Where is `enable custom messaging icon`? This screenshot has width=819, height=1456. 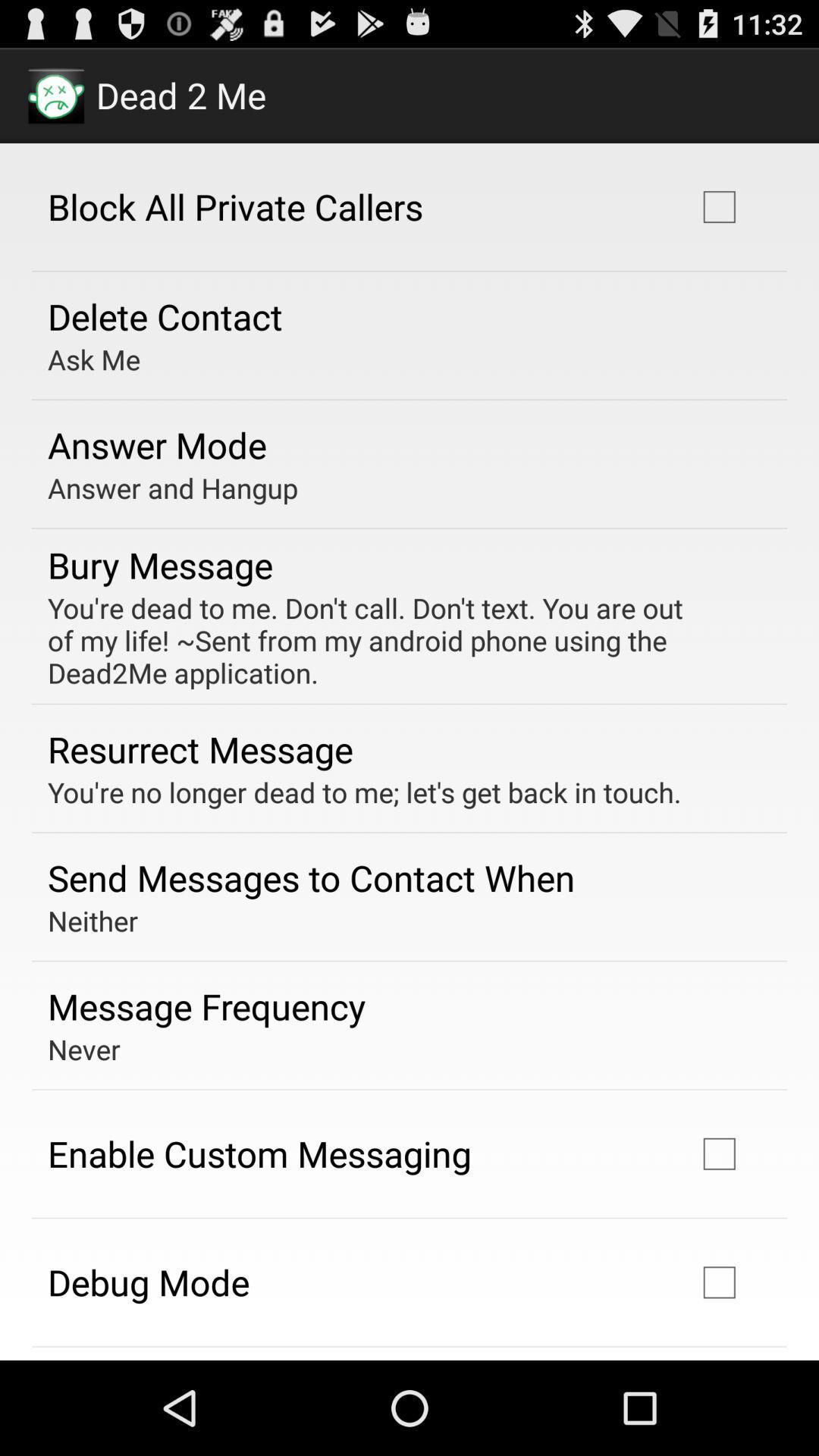
enable custom messaging icon is located at coordinates (259, 1153).